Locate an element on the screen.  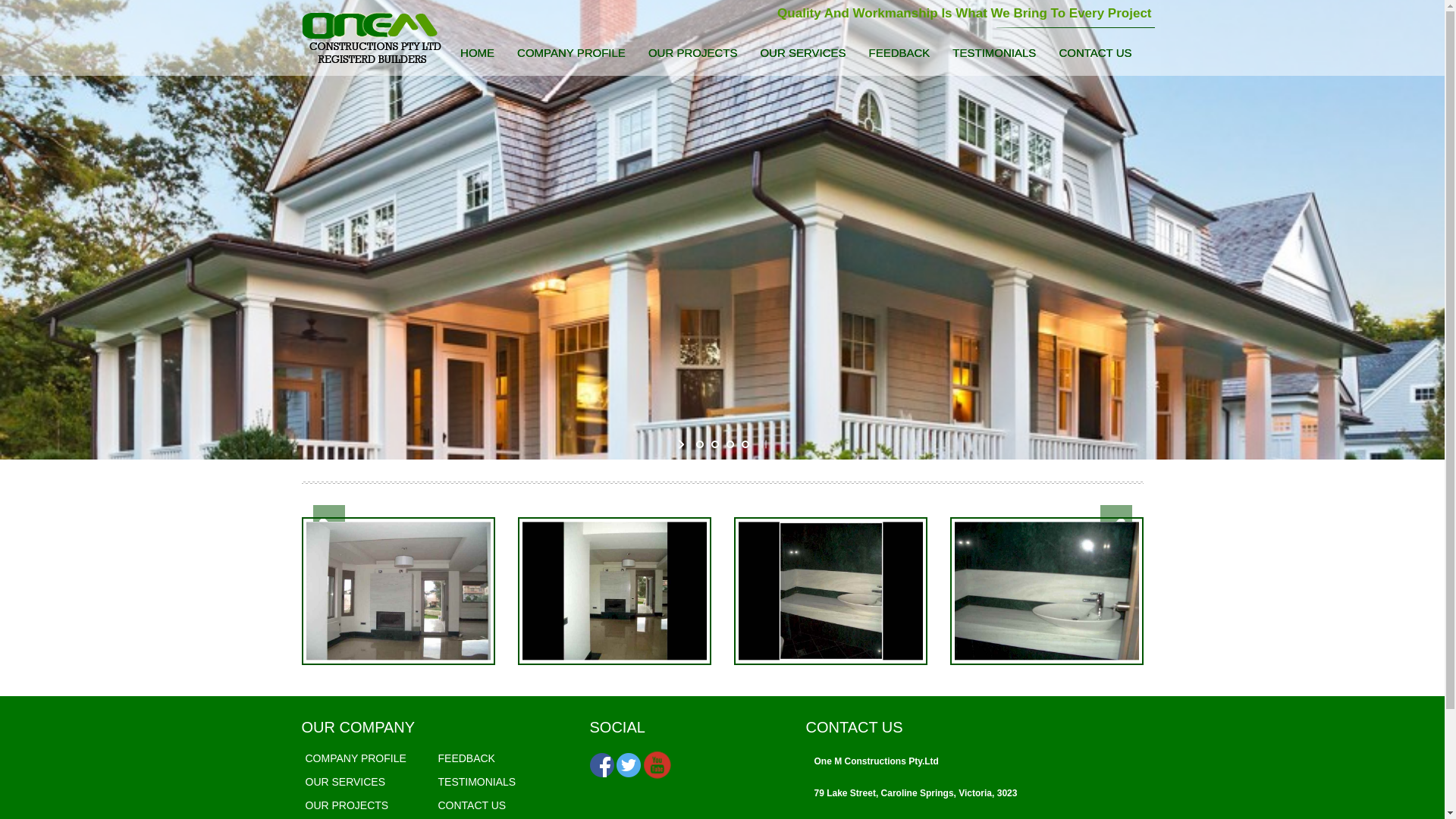
'FEEDBACK' is located at coordinates (466, 758).